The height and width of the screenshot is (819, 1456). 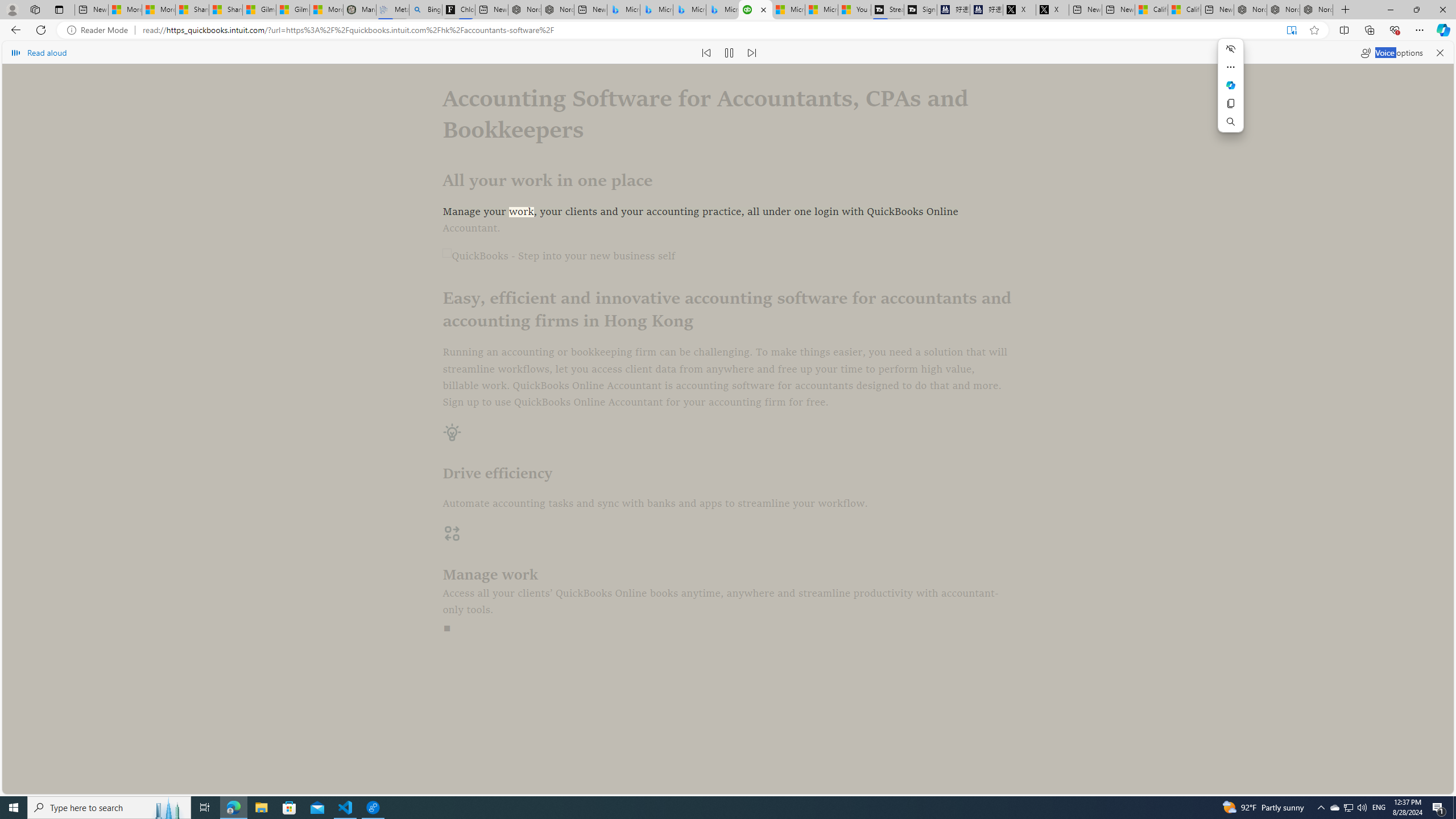 What do you see at coordinates (1283, 9) in the screenshot?
I see `'Nordace Siena Pro 15 Backpack'` at bounding box center [1283, 9].